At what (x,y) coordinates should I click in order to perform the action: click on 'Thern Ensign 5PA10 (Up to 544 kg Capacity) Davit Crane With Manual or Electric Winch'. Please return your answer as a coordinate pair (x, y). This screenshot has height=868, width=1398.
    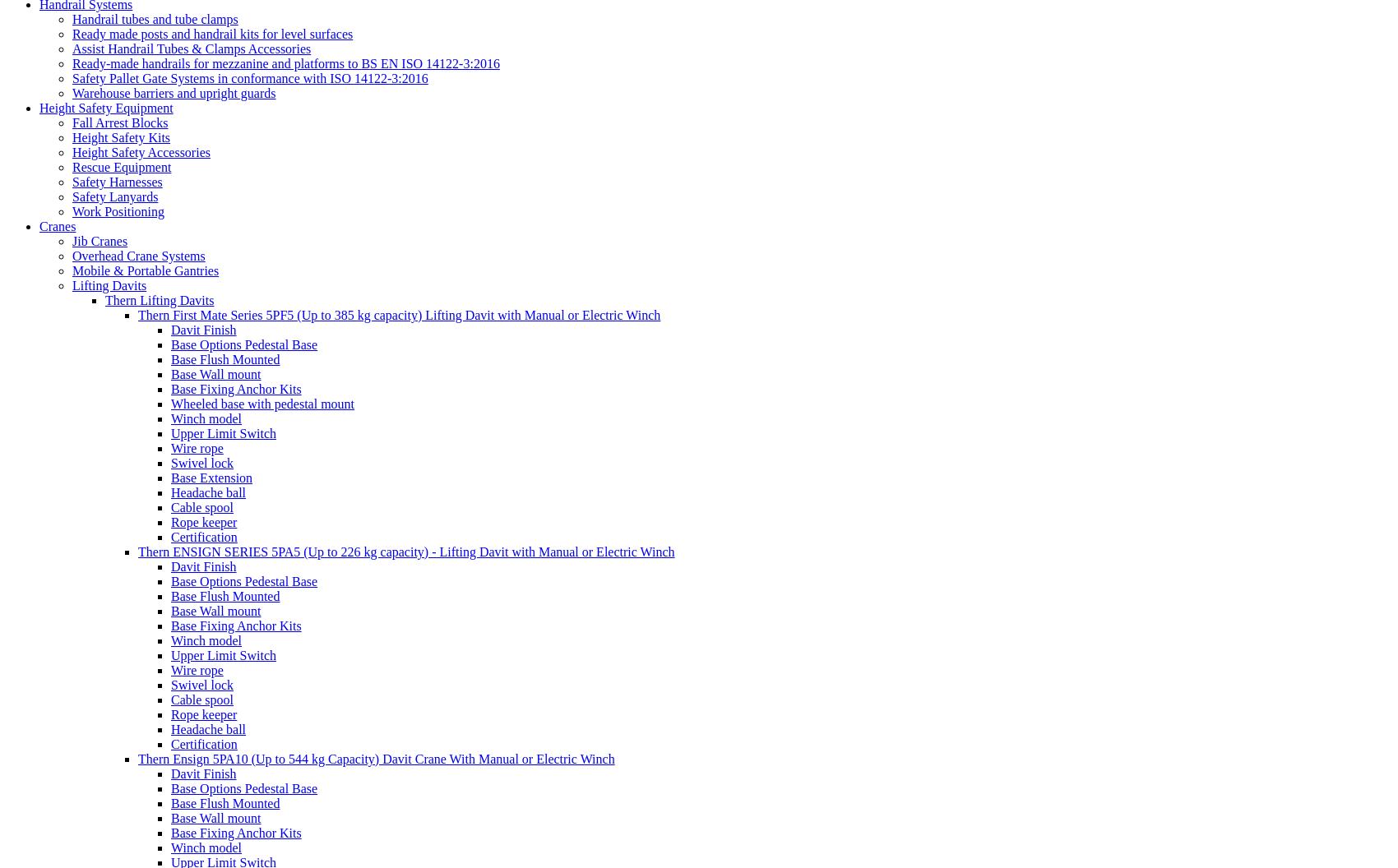
    Looking at the image, I should click on (376, 757).